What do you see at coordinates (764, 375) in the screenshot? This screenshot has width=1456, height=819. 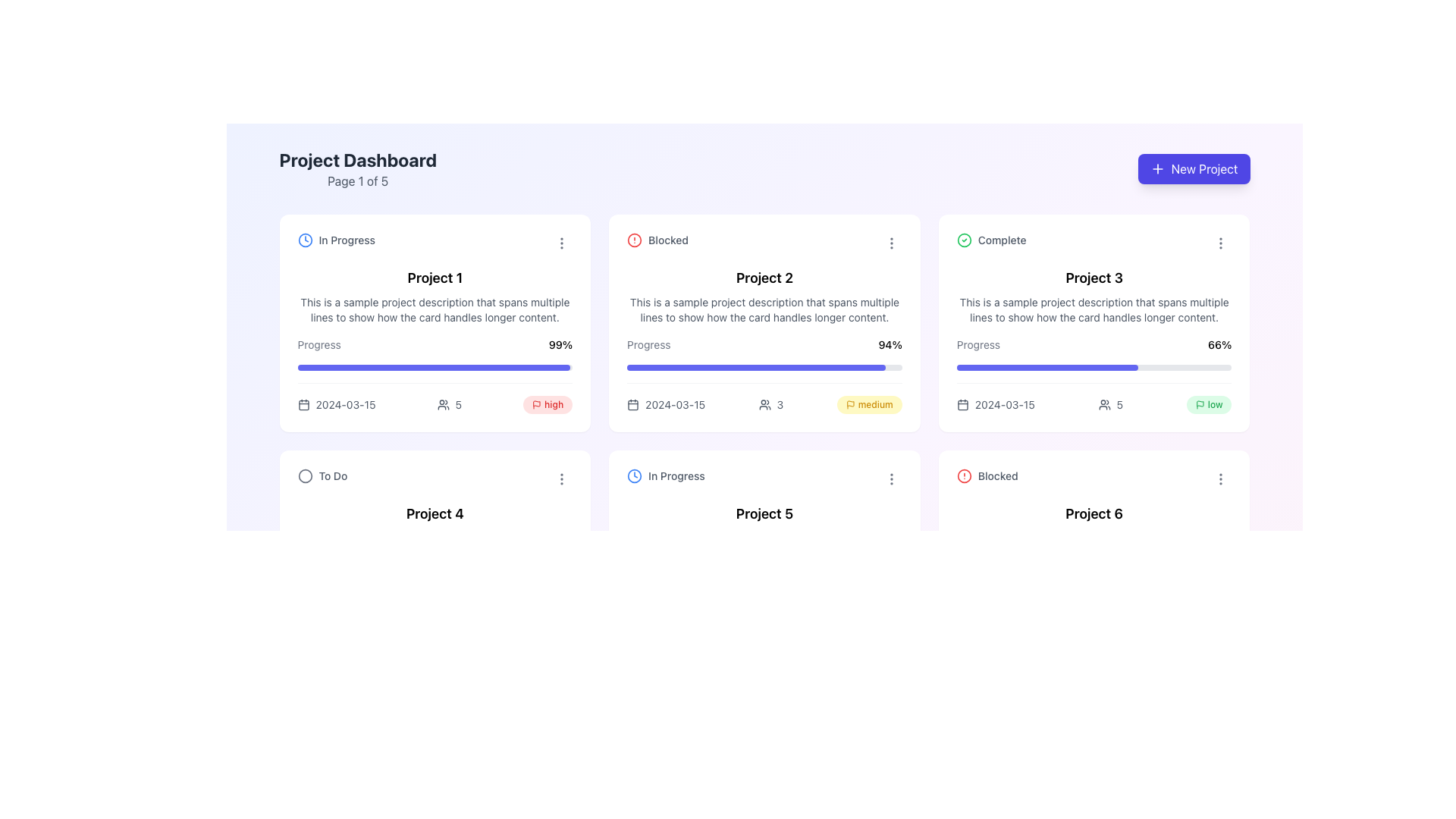 I see `the Progress Indicator with Text and Graphical Representation located below the title 'Project 2' to focus on it` at bounding box center [764, 375].